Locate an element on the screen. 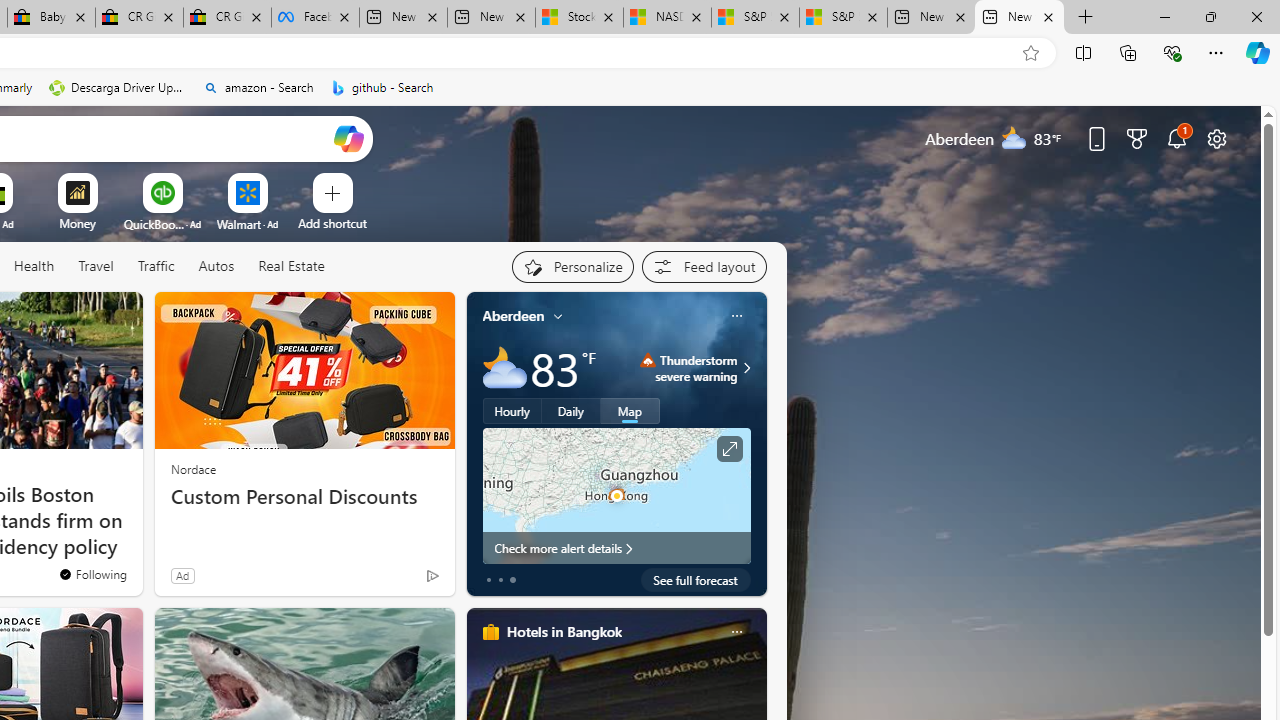  'Ad' is located at coordinates (182, 575).